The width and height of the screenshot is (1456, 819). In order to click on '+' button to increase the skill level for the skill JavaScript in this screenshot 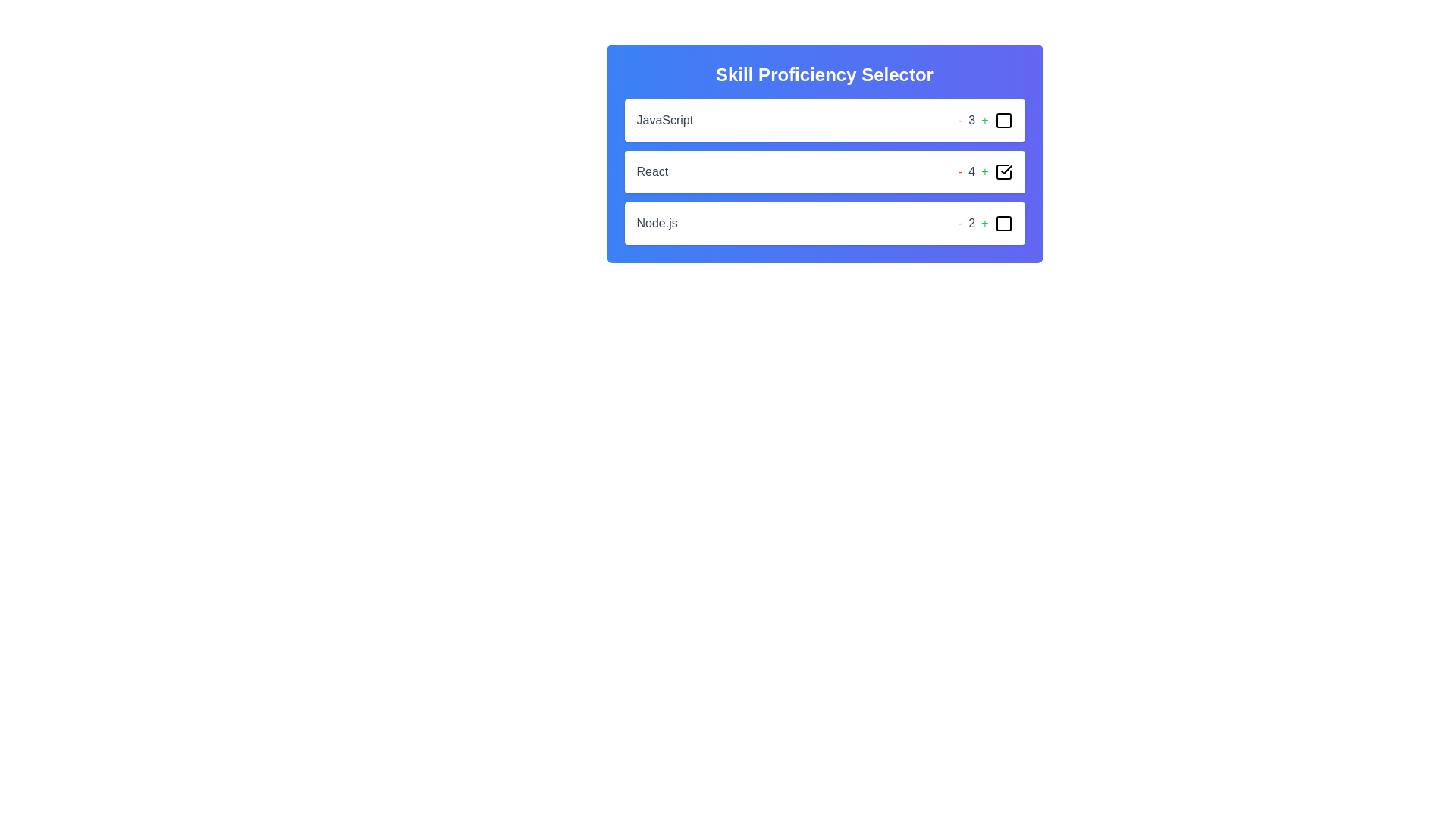, I will do `click(984, 119)`.